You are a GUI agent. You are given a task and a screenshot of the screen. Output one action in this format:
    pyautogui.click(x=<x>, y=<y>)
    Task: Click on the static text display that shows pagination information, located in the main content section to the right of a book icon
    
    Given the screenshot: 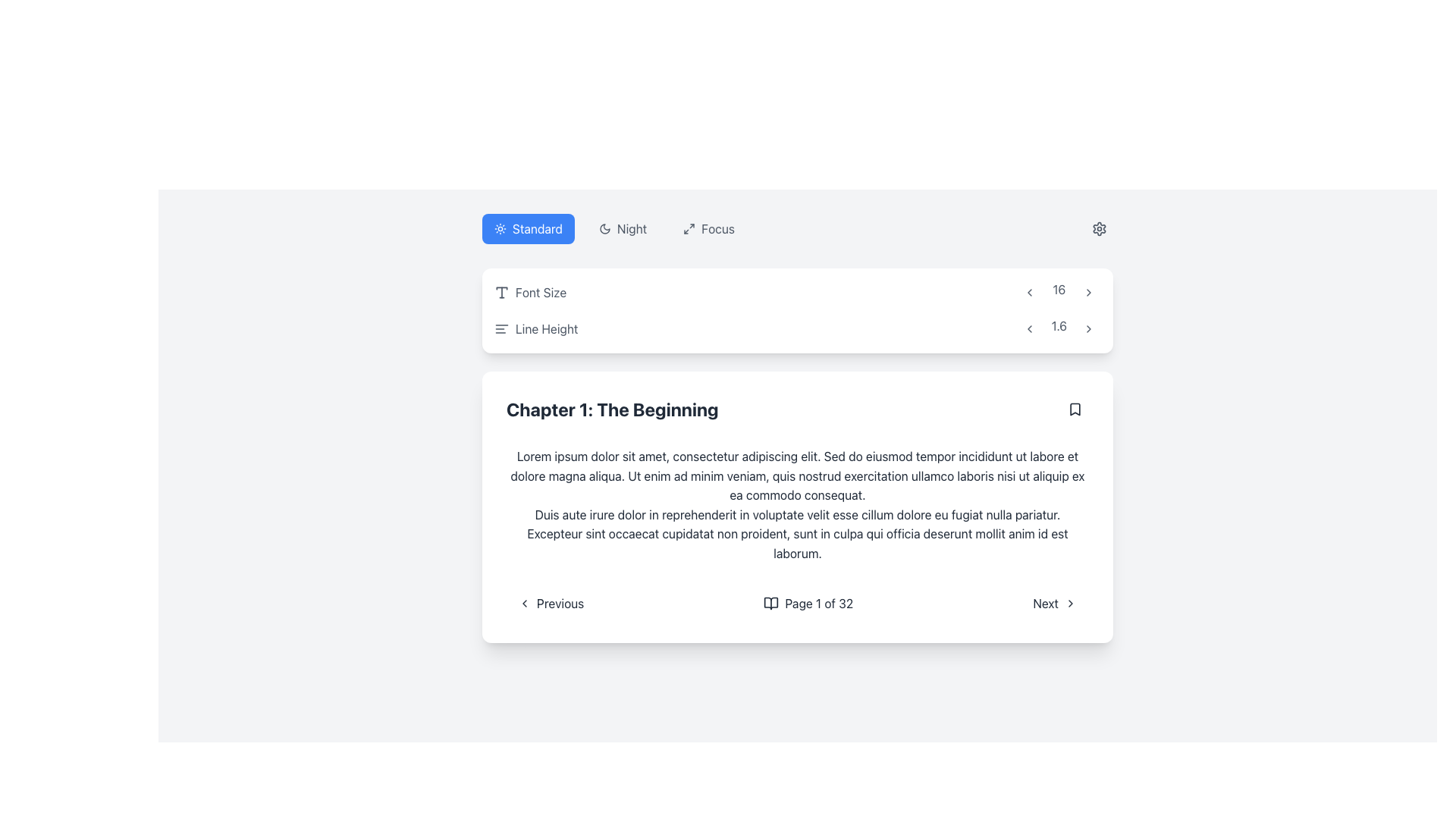 What is the action you would take?
    pyautogui.click(x=818, y=602)
    